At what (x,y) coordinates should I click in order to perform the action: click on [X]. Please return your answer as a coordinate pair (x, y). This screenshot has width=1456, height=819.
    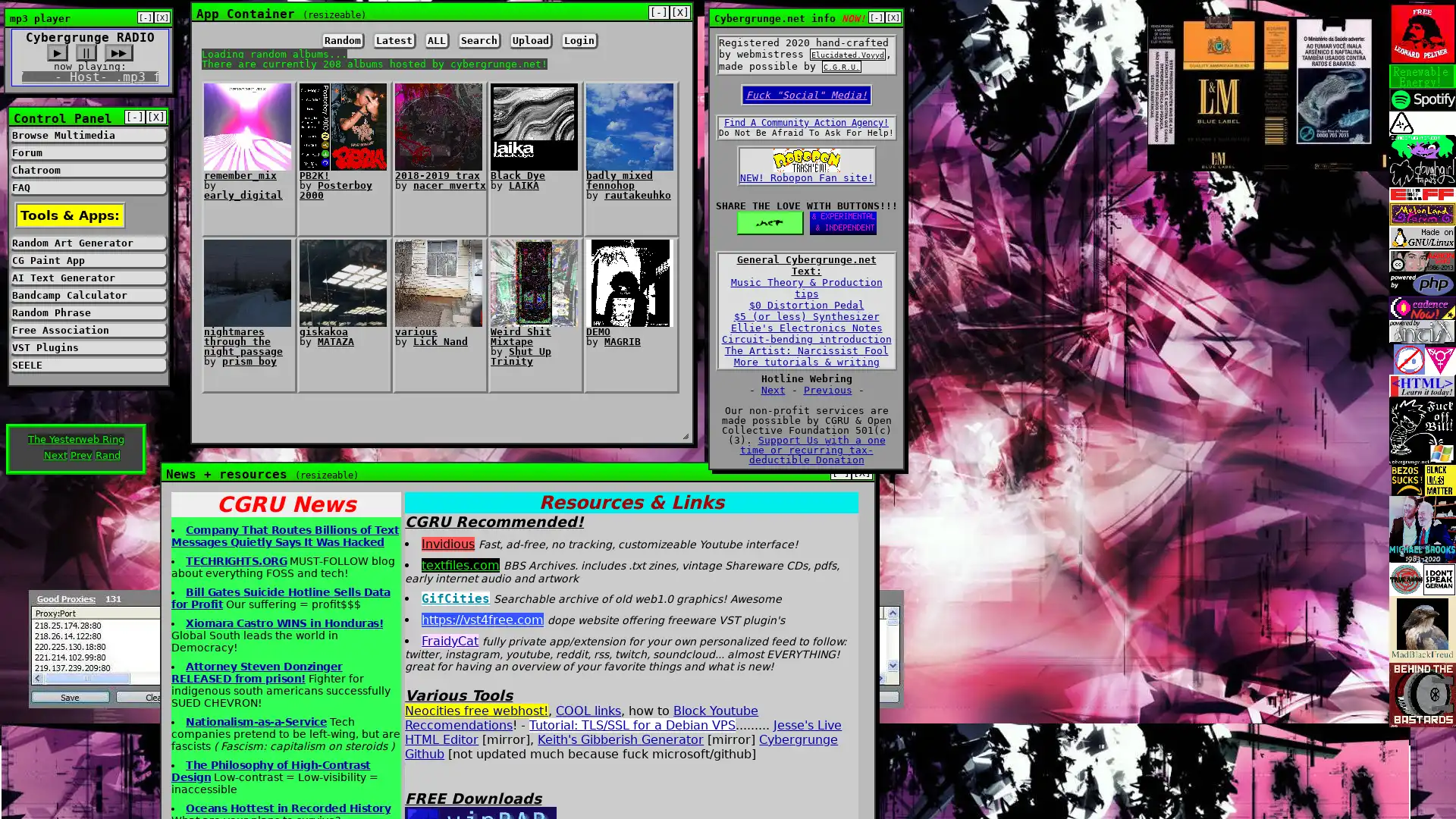
    Looking at the image, I should click on (862, 472).